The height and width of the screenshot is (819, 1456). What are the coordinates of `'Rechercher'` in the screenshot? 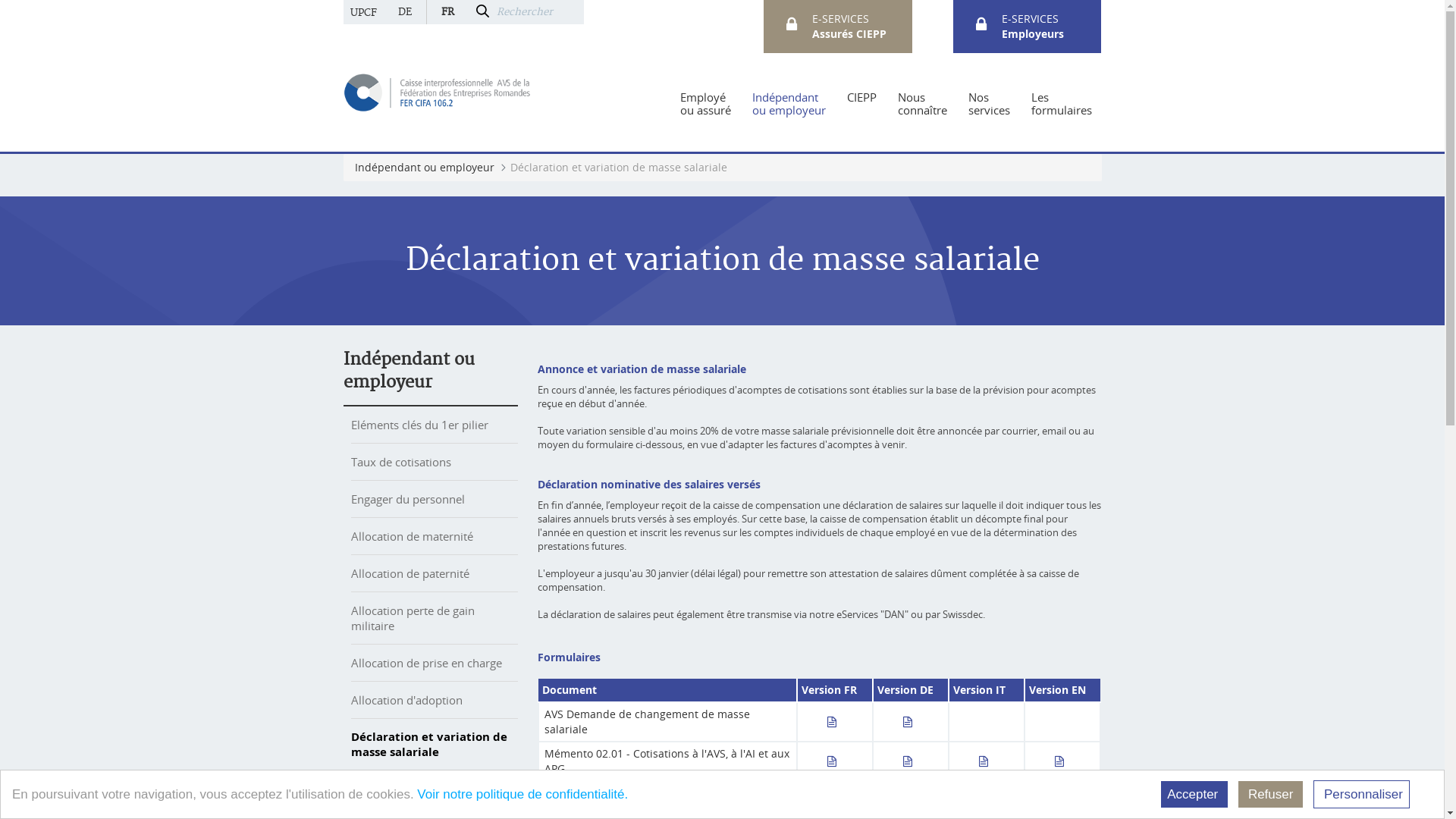 It's located at (482, 12).